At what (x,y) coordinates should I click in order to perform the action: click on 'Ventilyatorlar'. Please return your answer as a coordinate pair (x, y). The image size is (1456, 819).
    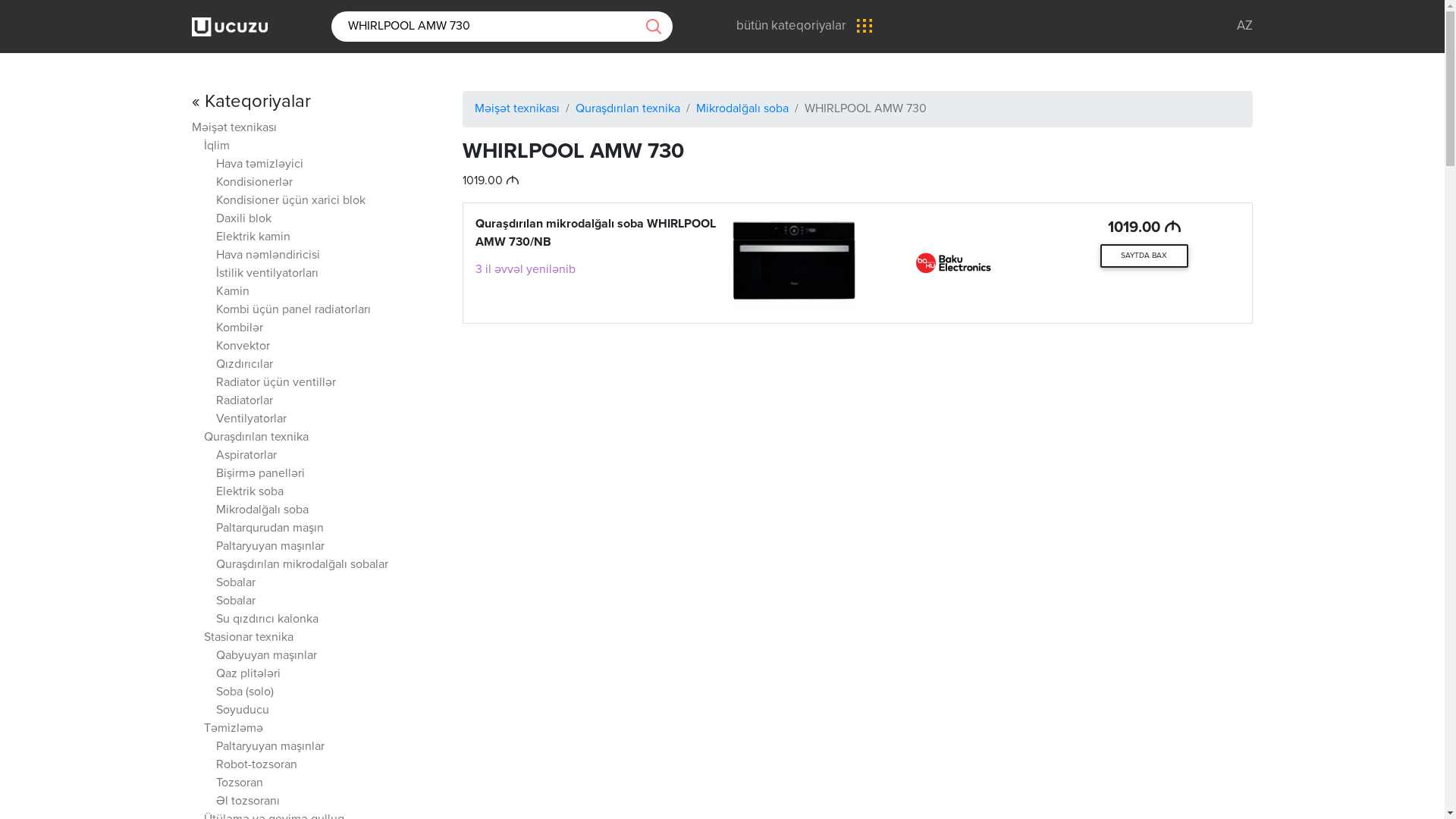
    Looking at the image, I should click on (251, 419).